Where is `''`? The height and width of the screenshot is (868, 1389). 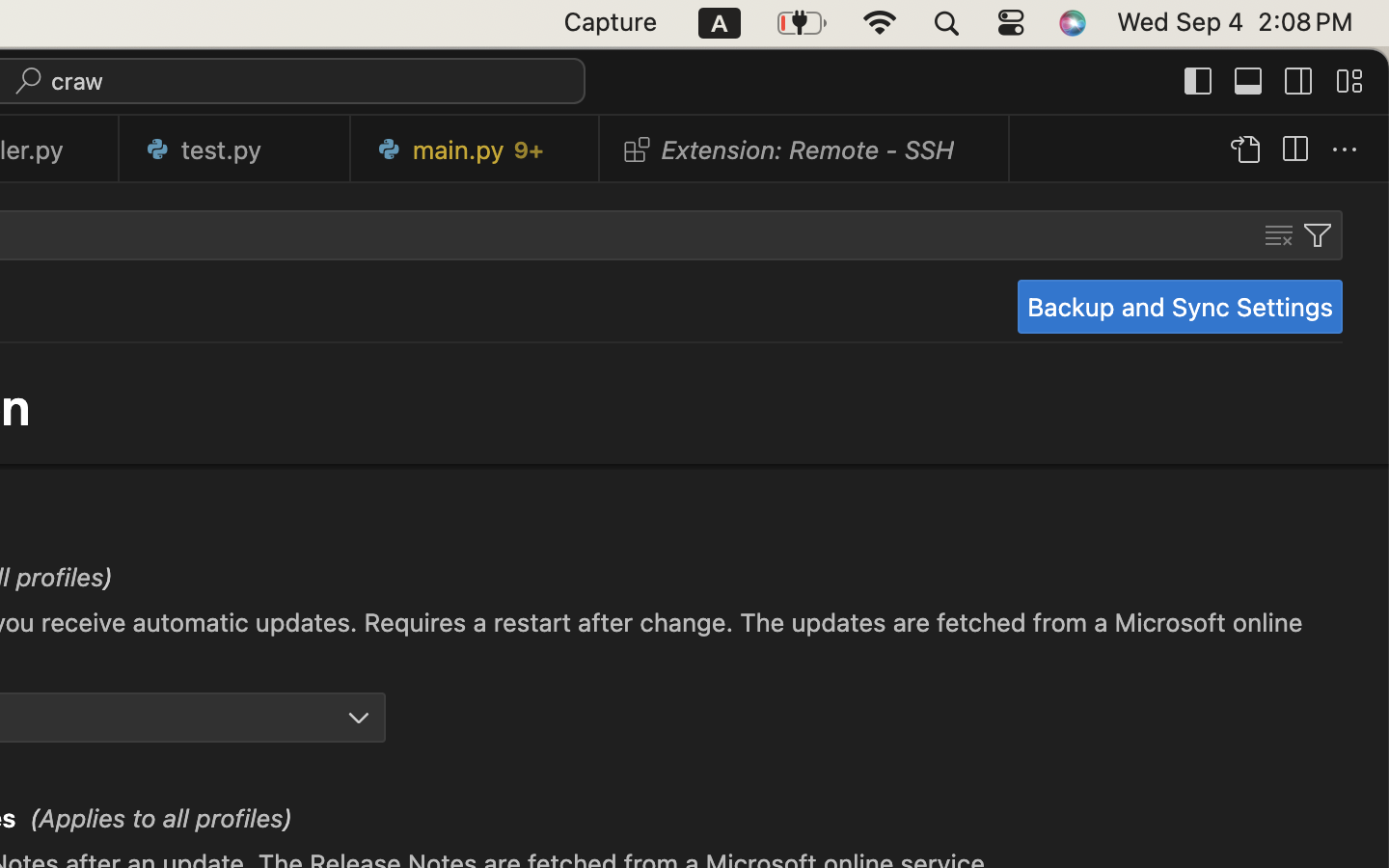
'' is located at coordinates (1277, 233).